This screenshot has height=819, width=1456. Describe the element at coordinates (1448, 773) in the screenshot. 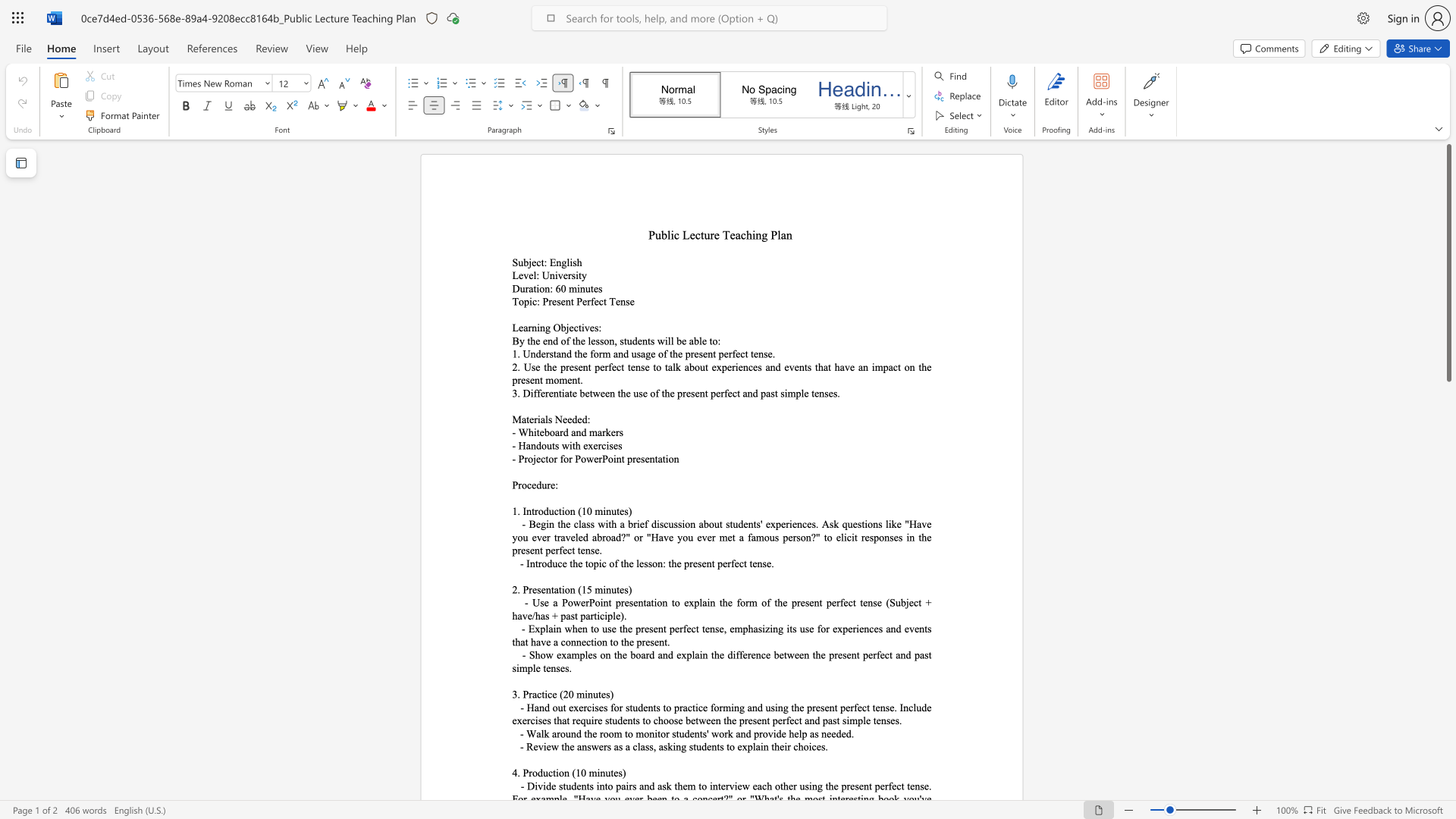

I see `the scrollbar on the right` at that location.